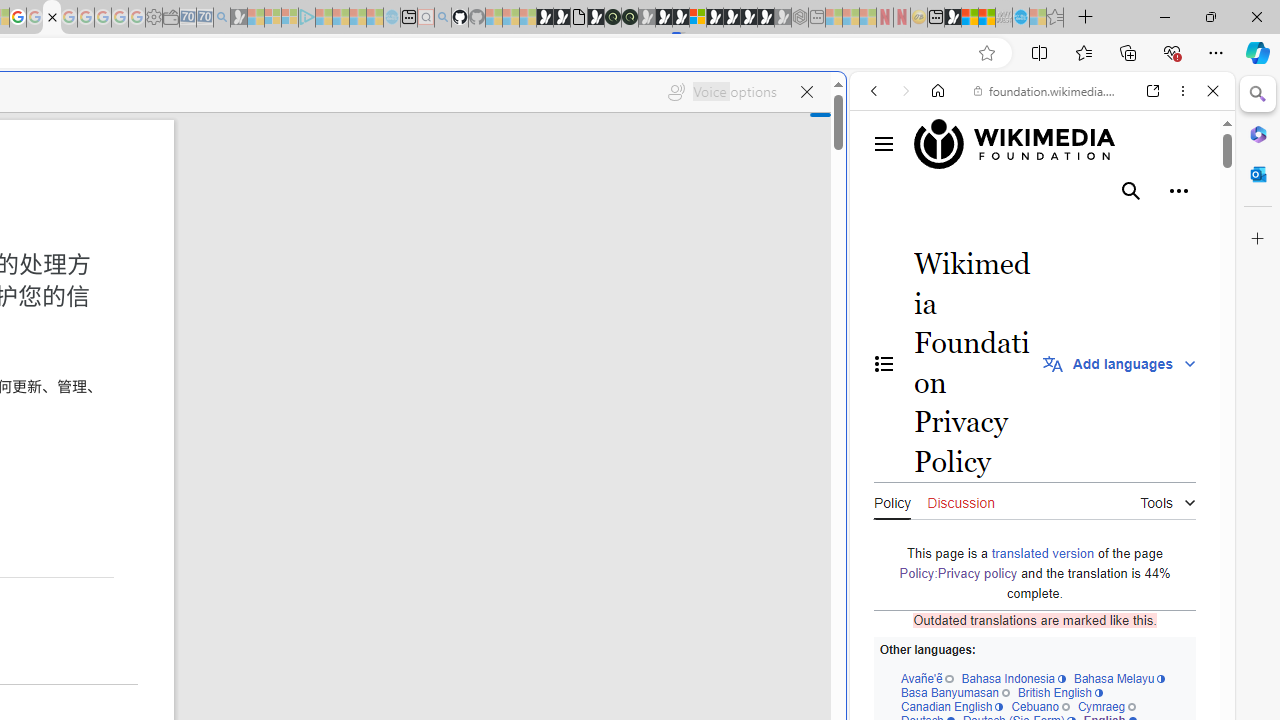 This screenshot has height=720, width=1280. Describe the element at coordinates (1040, 705) in the screenshot. I see `'Cebuano'` at that location.